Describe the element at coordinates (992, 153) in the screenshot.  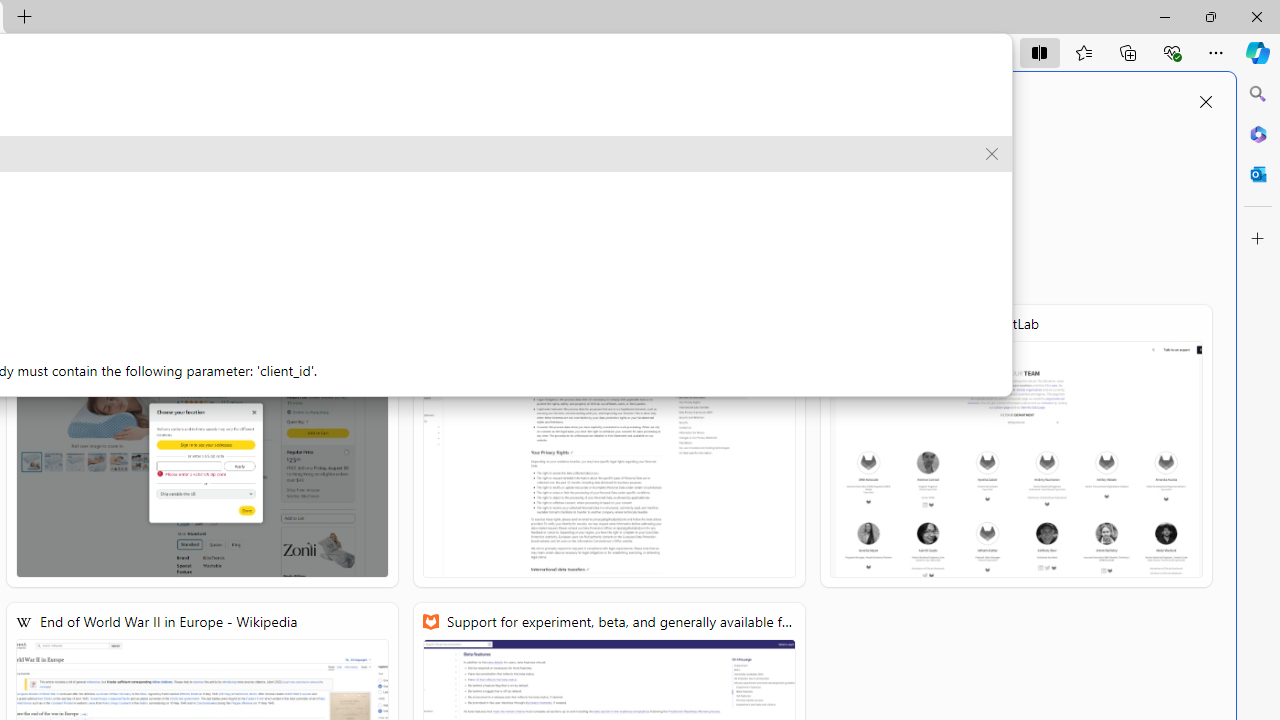
I see `'Remove suggestion'` at that location.